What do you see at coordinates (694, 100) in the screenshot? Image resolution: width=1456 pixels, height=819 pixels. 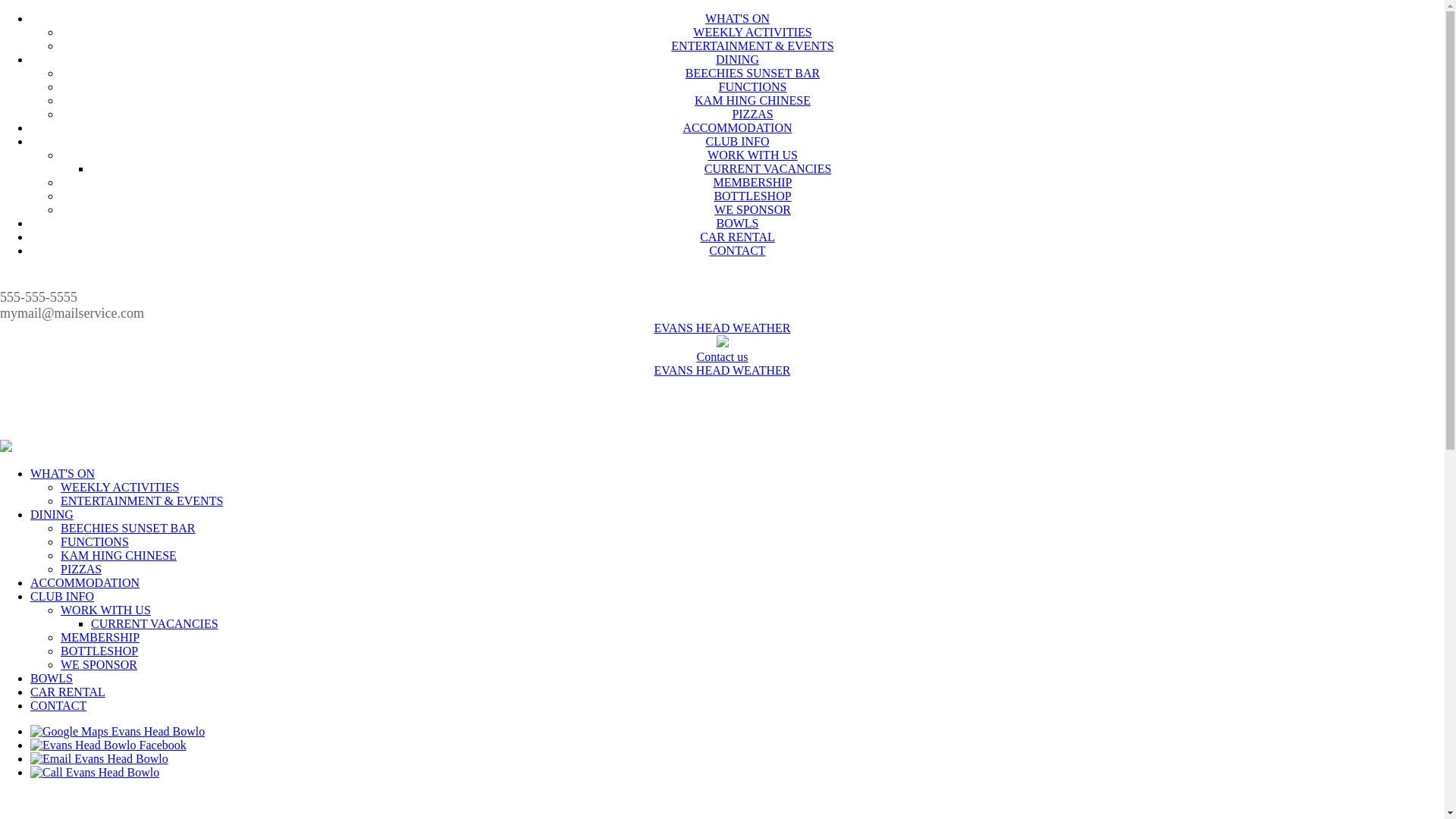 I see `'KAM HING CHINESE'` at bounding box center [694, 100].